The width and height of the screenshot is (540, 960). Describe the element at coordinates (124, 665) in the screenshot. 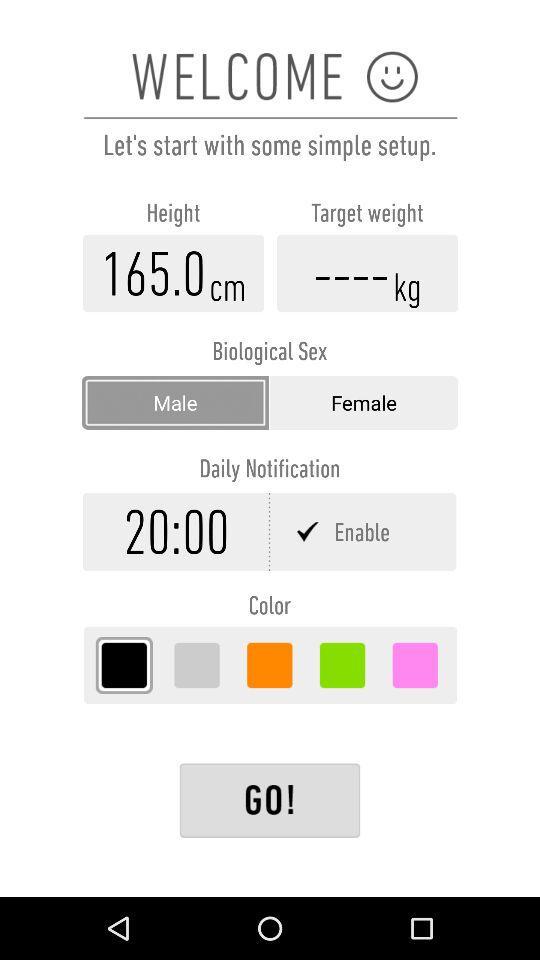

I see `sets color to black` at that location.